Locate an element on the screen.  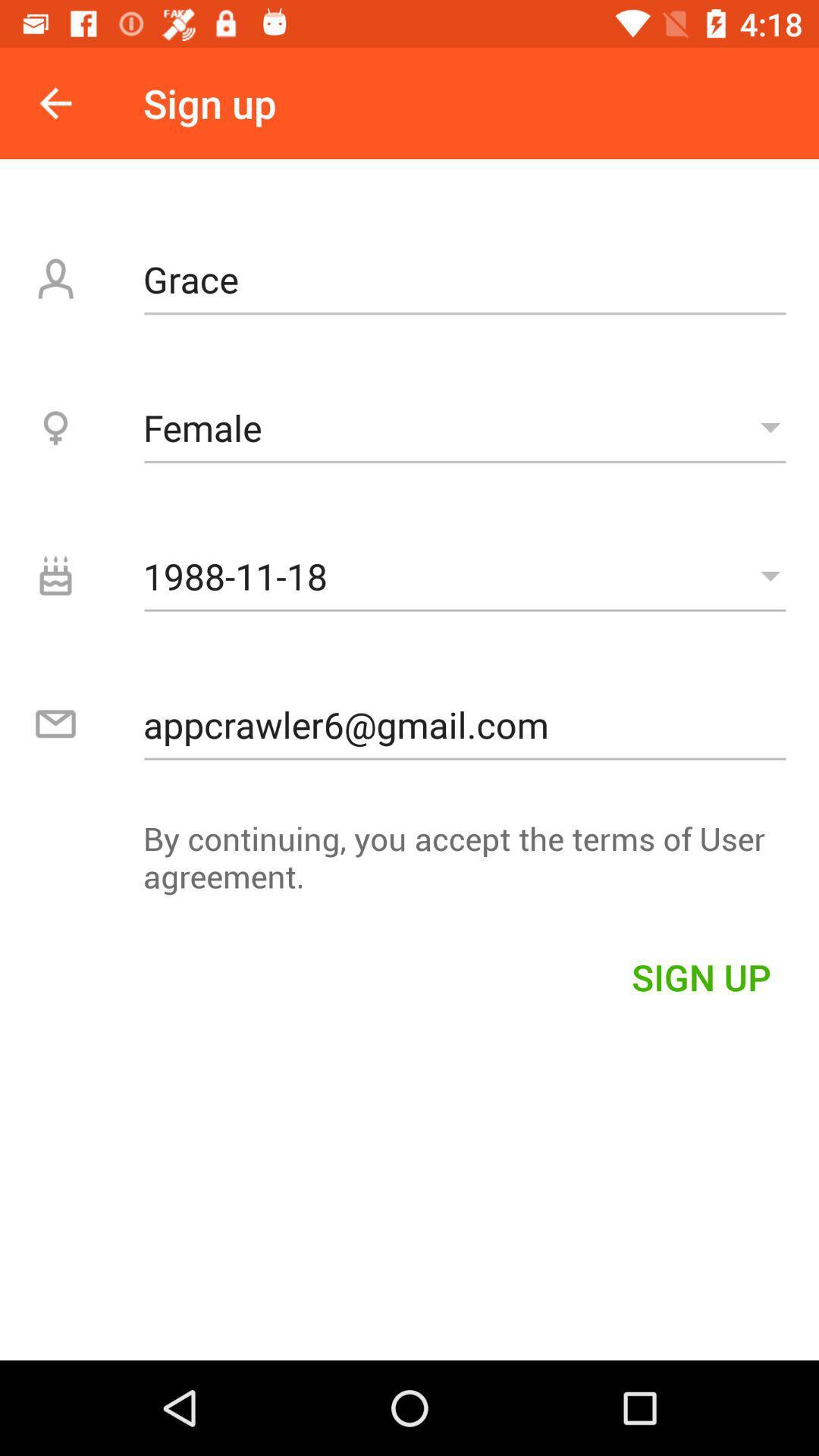
the item next to the sign up item is located at coordinates (55, 102).